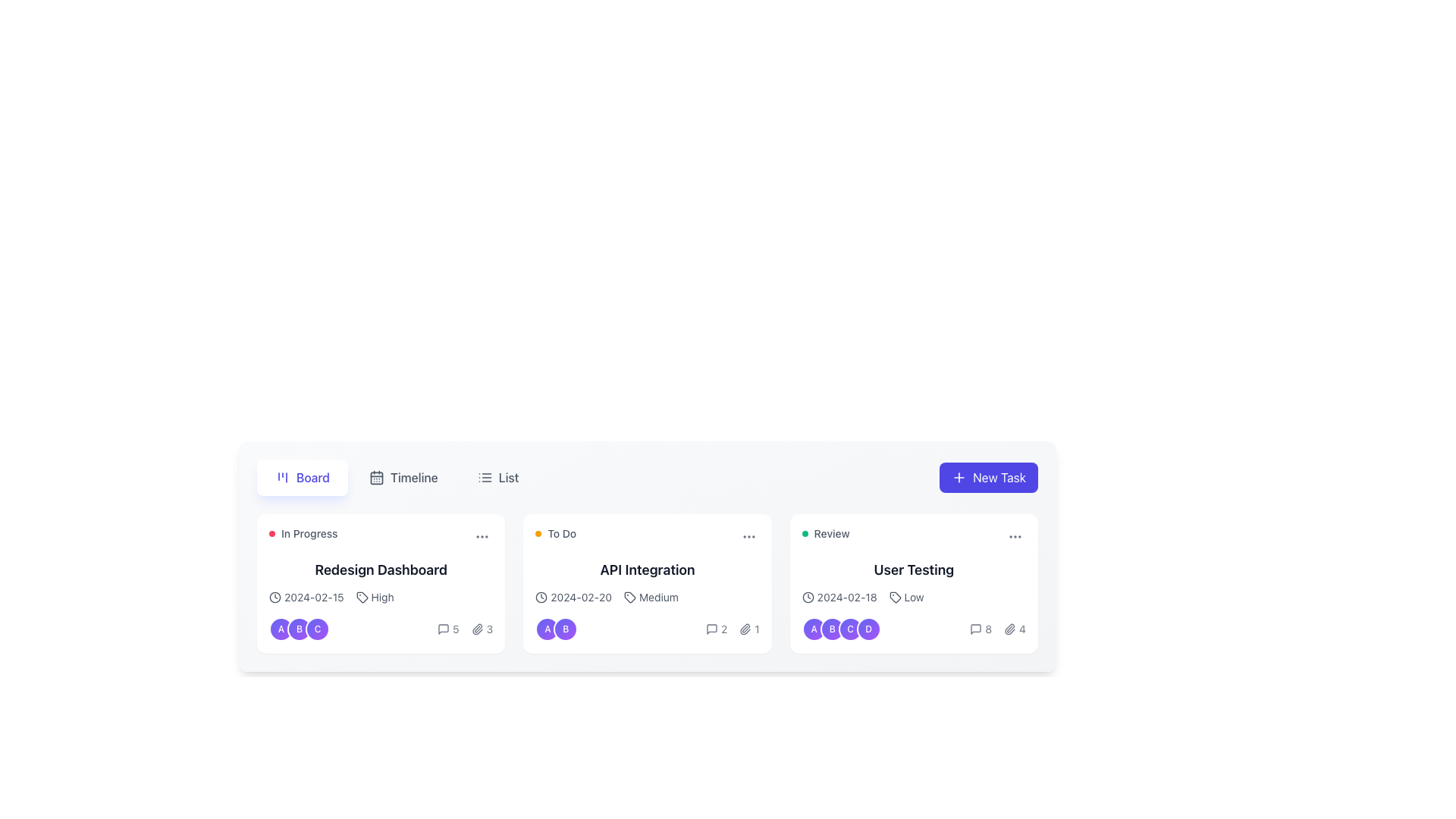 The image size is (1456, 819). What do you see at coordinates (381, 616) in the screenshot?
I see `the task metadata component located in the detail section of the 'Redesign Dashboard' task card, which includes details like due date, priority level, and associated group` at bounding box center [381, 616].